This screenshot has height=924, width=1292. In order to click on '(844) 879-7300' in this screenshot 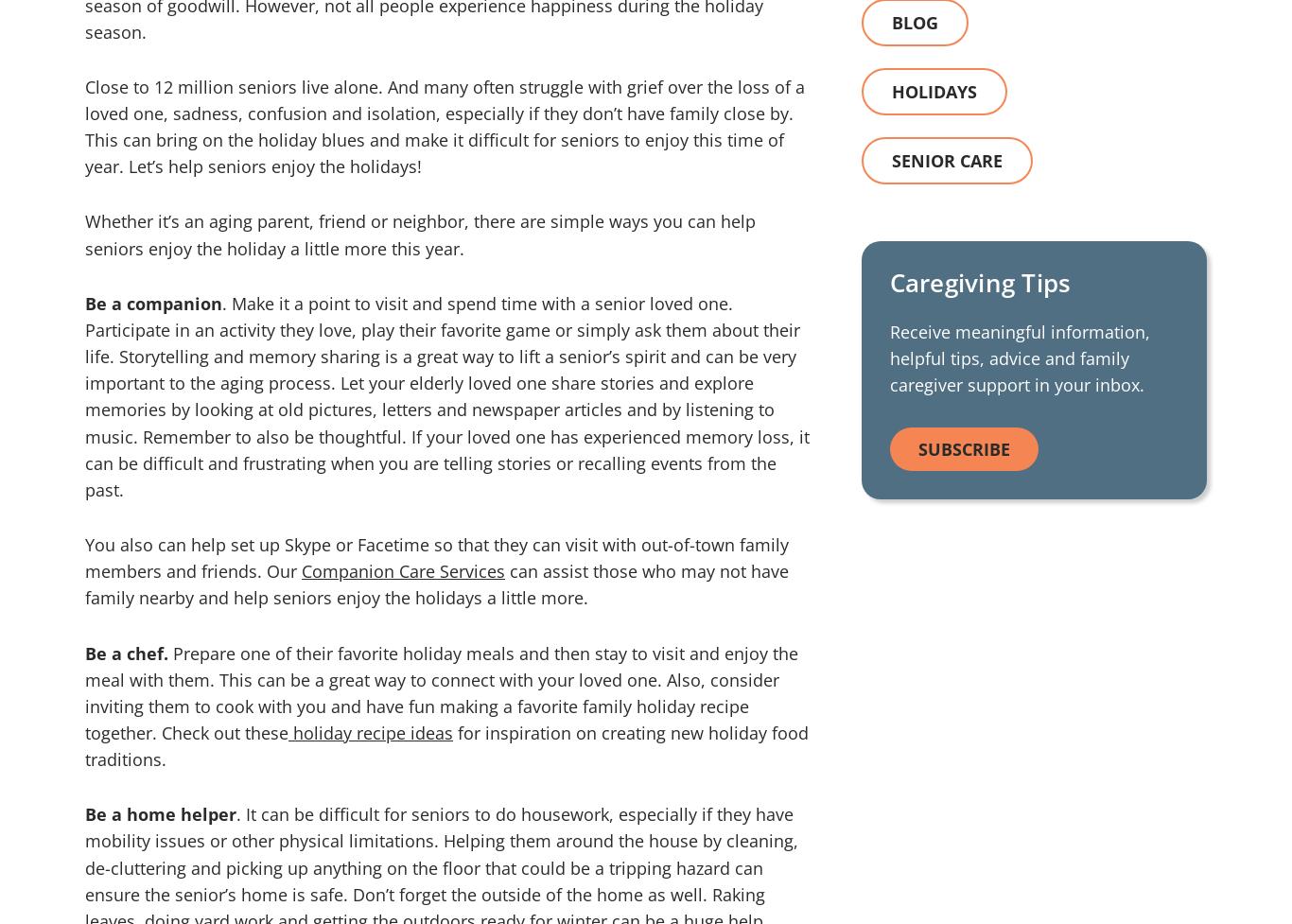, I will do `click(958, 174)`.